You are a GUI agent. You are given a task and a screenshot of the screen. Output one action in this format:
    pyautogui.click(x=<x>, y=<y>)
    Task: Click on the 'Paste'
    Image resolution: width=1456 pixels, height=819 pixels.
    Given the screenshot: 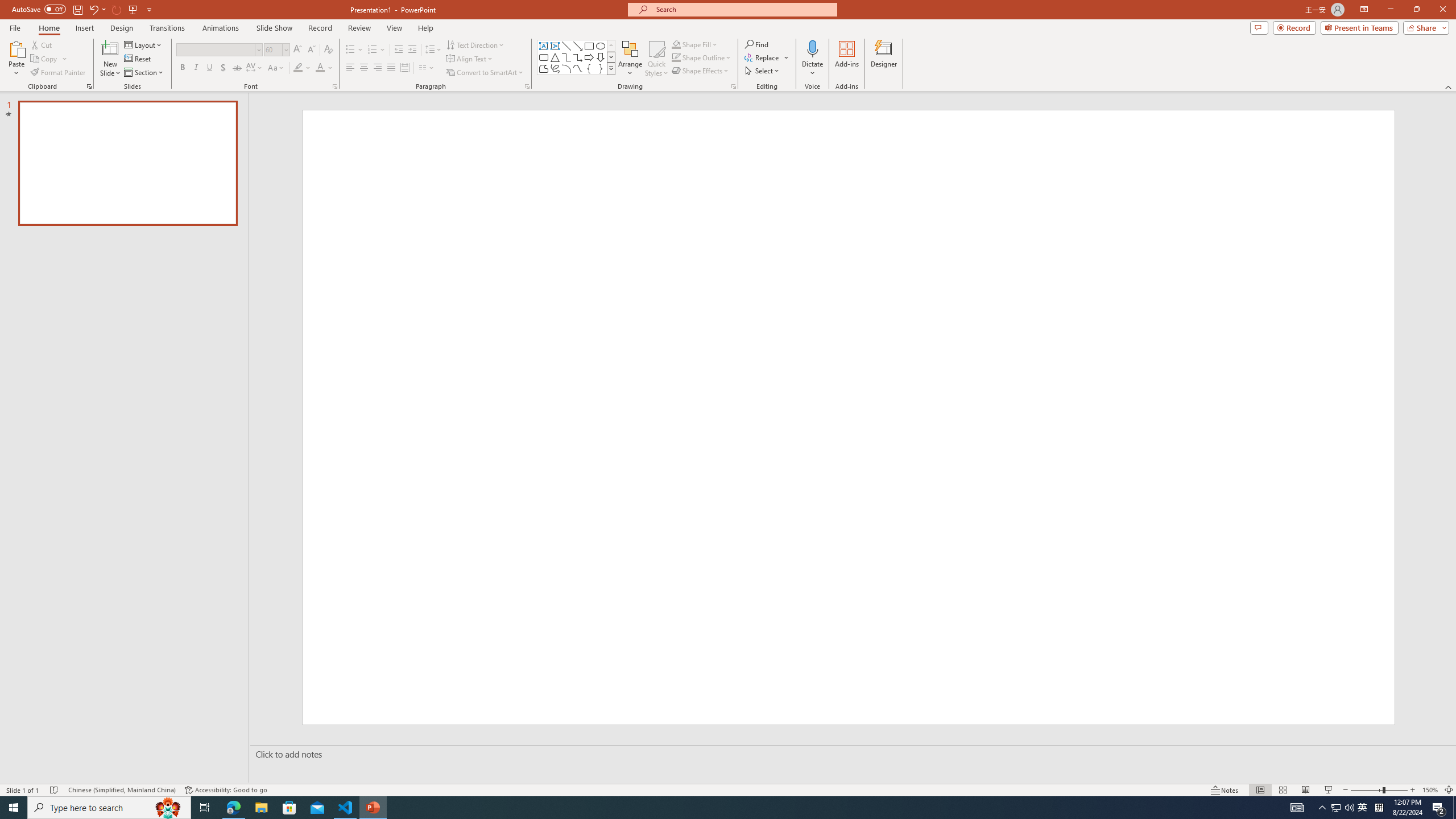 What is the action you would take?
    pyautogui.click(x=16, y=59)
    